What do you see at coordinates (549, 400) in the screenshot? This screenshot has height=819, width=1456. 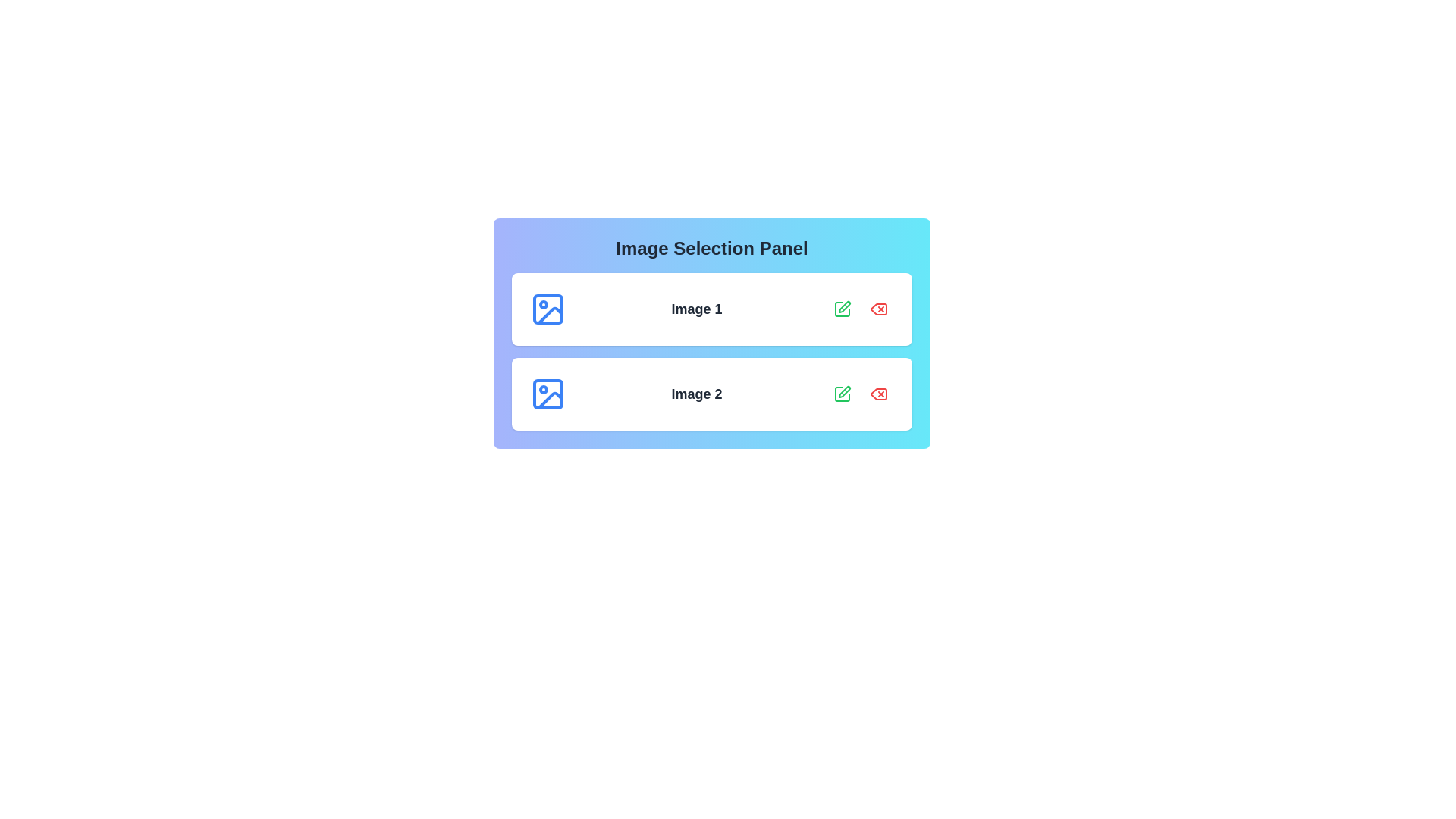 I see `the blue icon depicting a stylized image representation with a slanted line, located in the left section of the second image entry in a vertical list marked 'Image 2'` at bounding box center [549, 400].